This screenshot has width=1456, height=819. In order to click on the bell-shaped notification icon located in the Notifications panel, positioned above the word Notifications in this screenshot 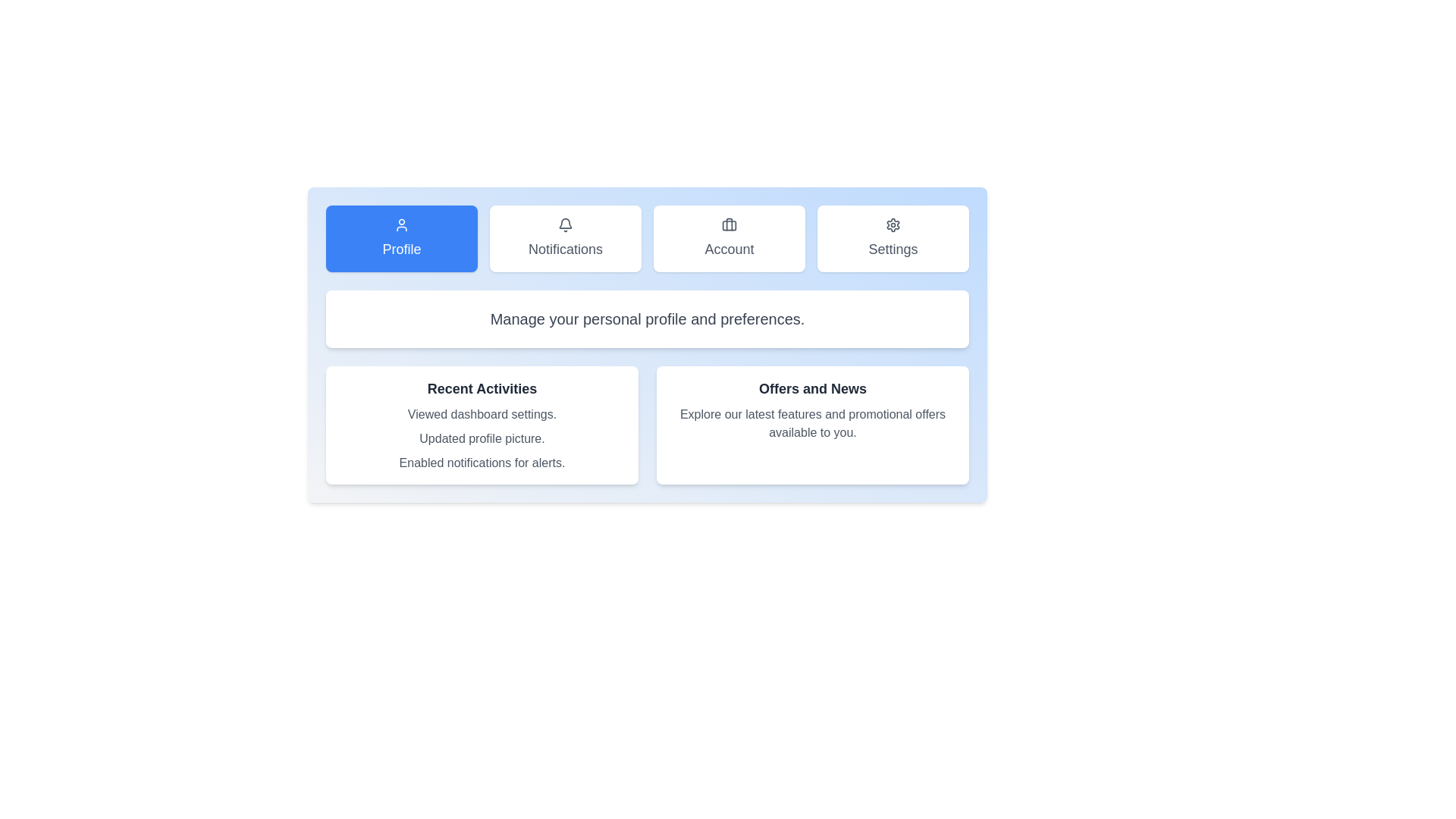, I will do `click(564, 225)`.